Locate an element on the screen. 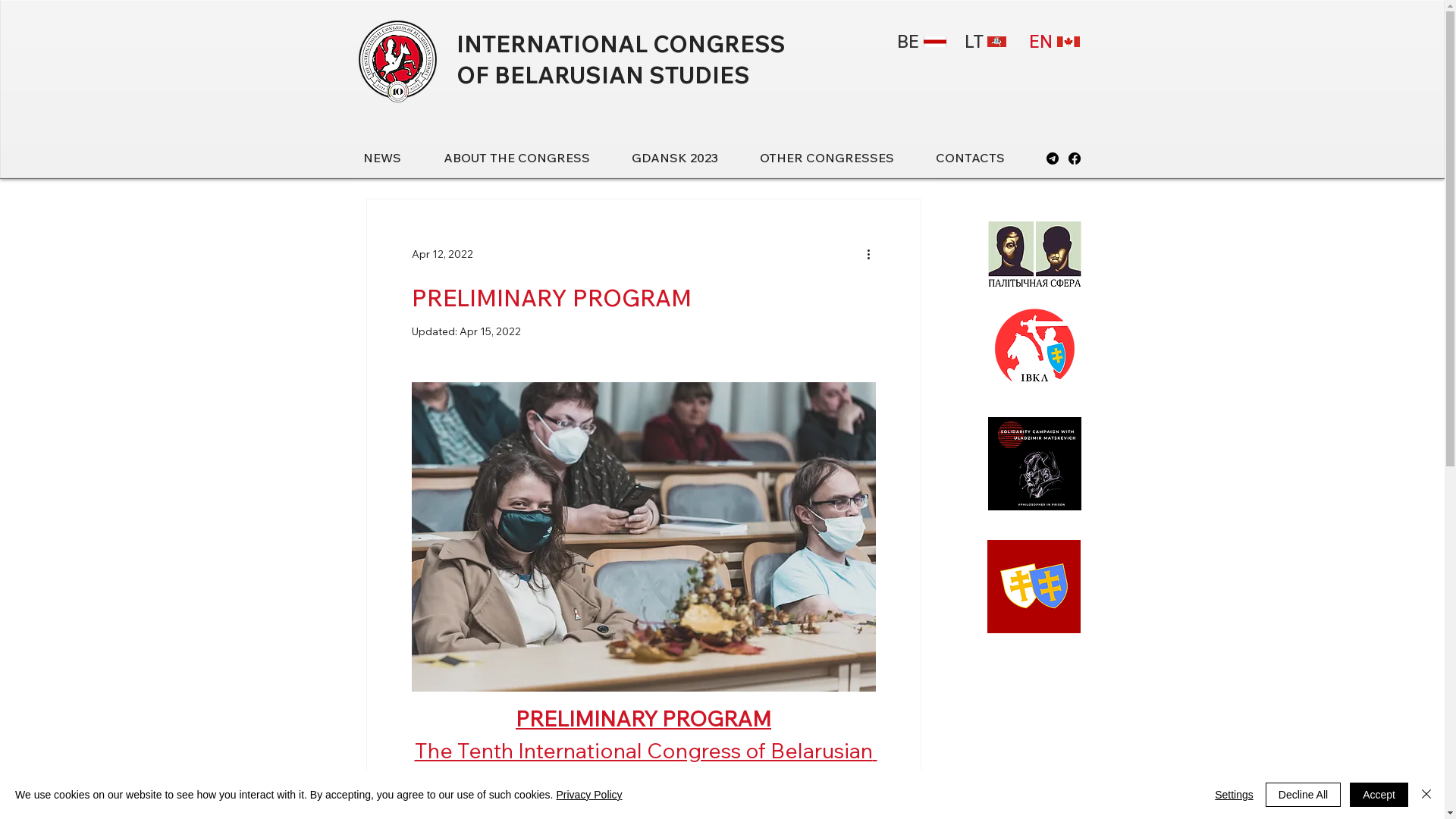 Image resolution: width=1456 pixels, height=819 pixels. 'EN' is located at coordinates (1051, 40).